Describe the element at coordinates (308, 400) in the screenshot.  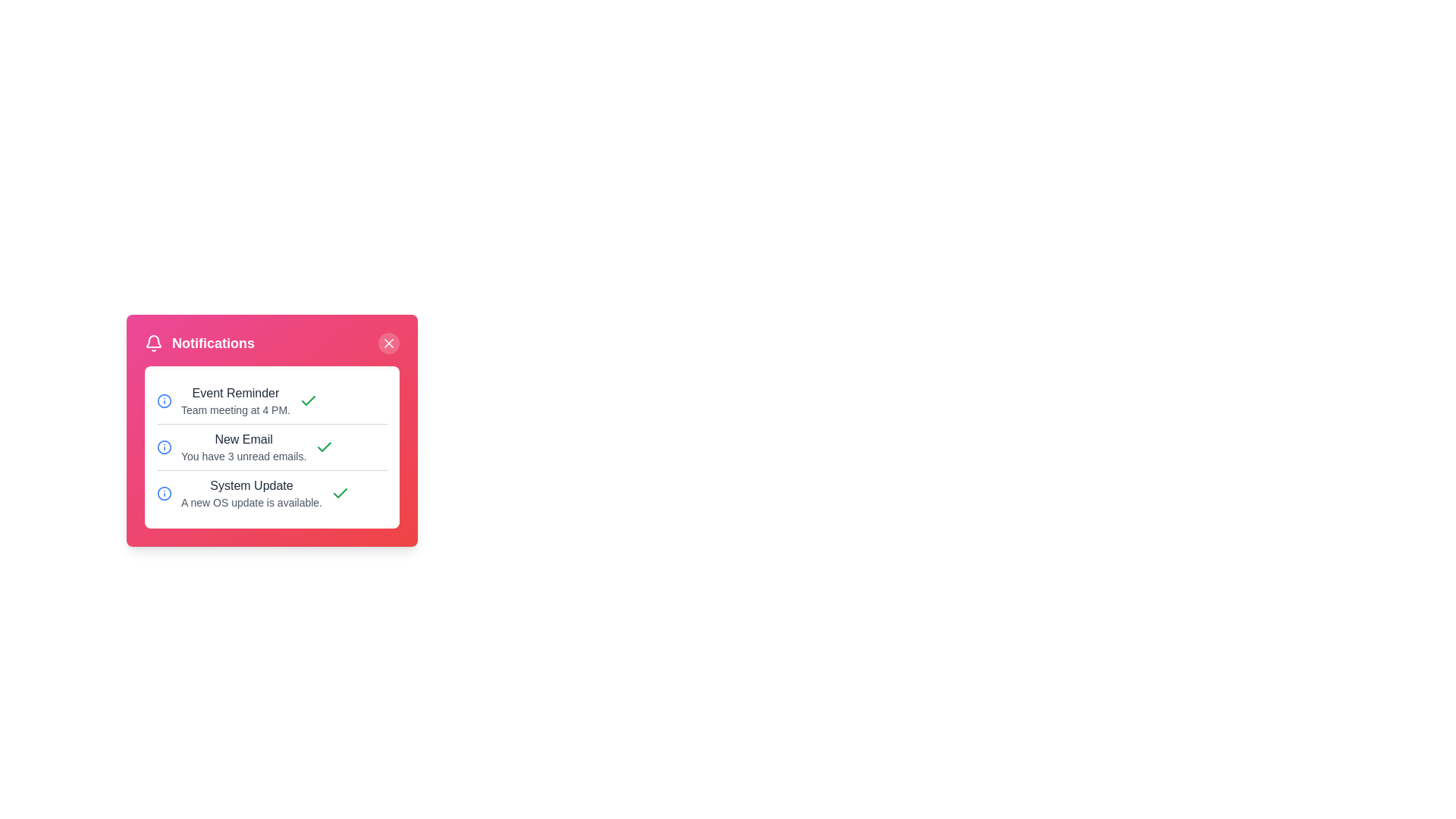
I see `the green checkmark icon located at the right end of the 'Event Reminder' text in the notification box` at that location.